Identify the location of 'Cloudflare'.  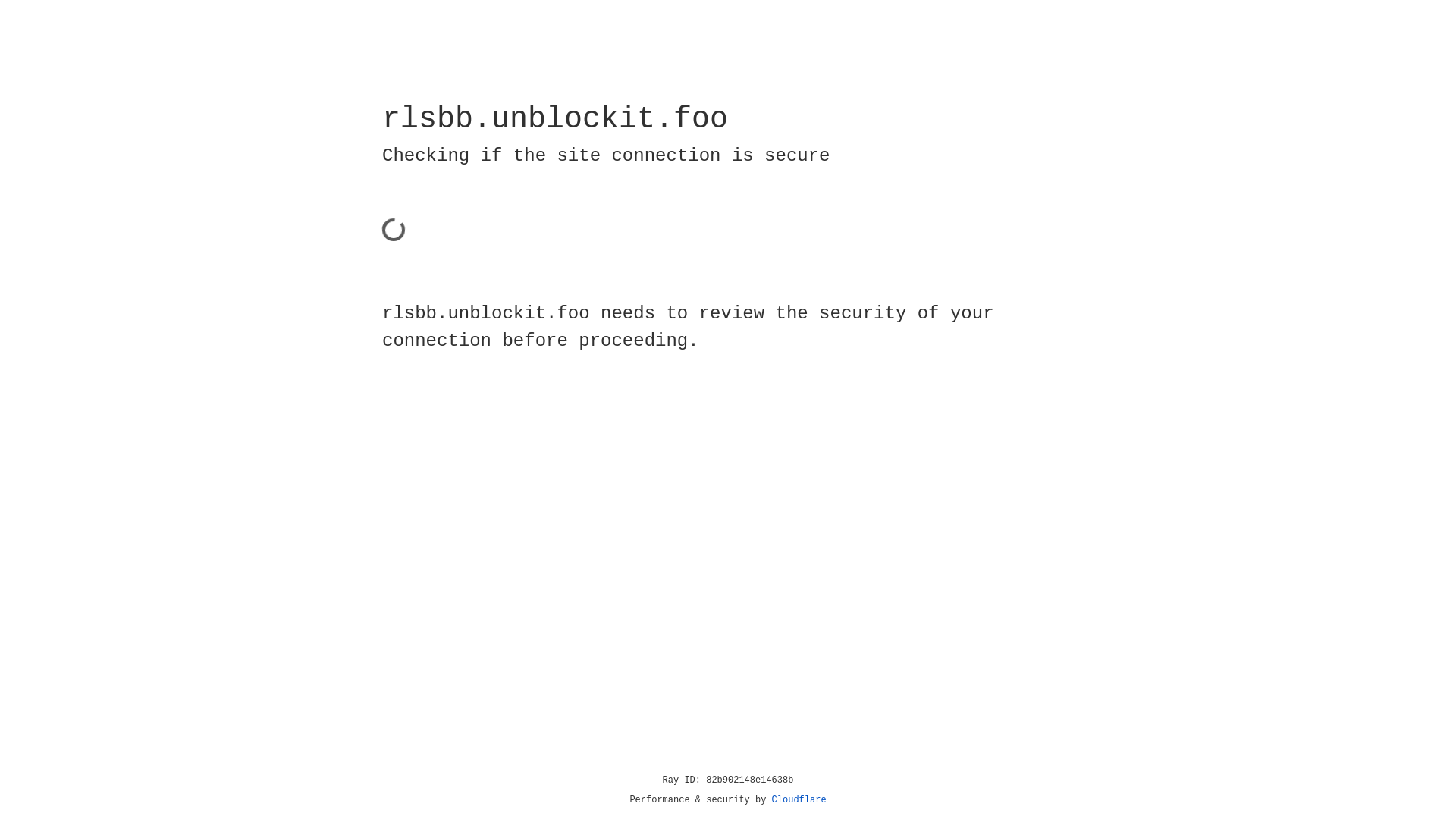
(771, 799).